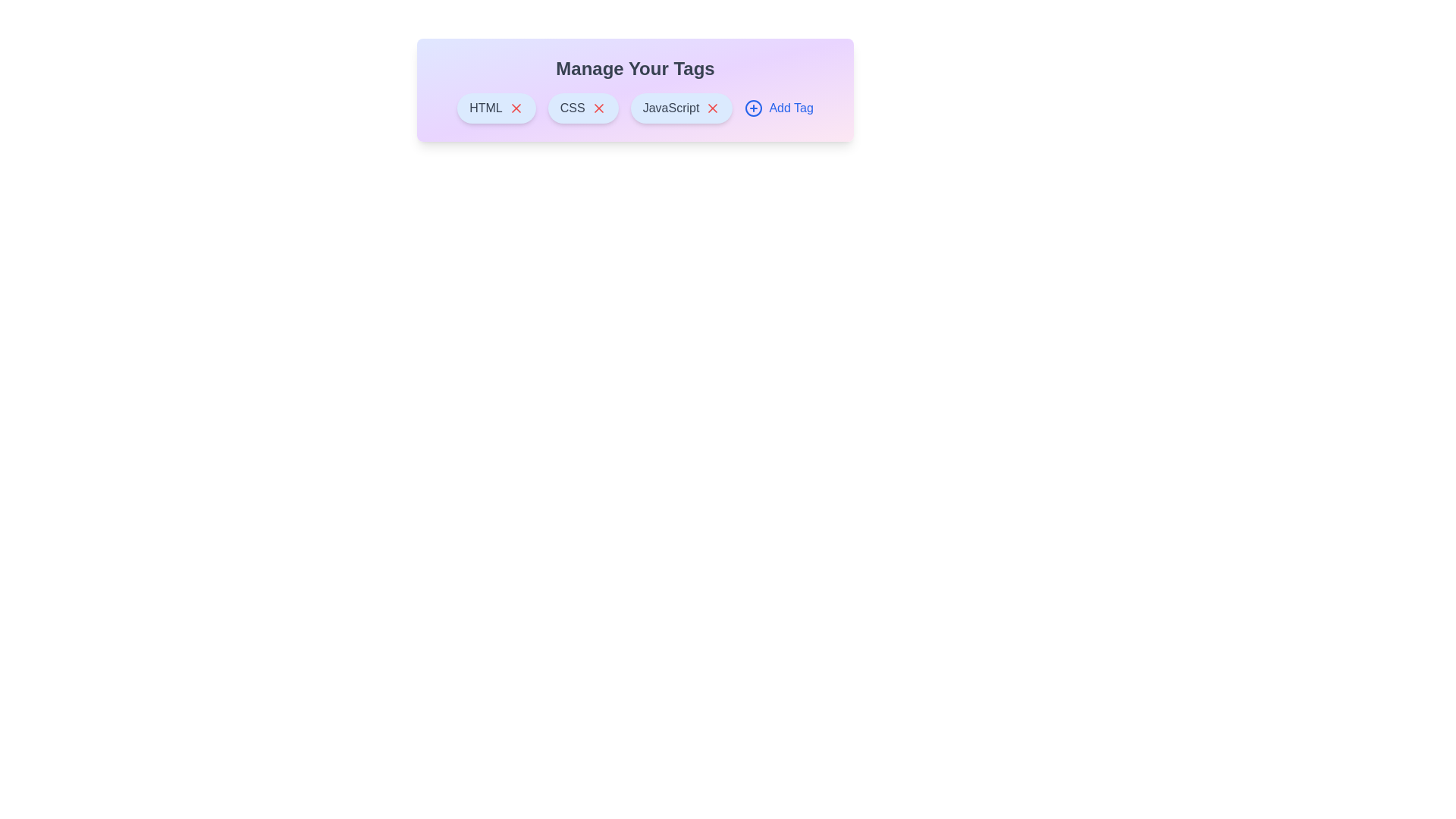 This screenshot has width=1456, height=819. Describe the element at coordinates (712, 107) in the screenshot. I see `the close button of the tag labeled JavaScript to remove it` at that location.